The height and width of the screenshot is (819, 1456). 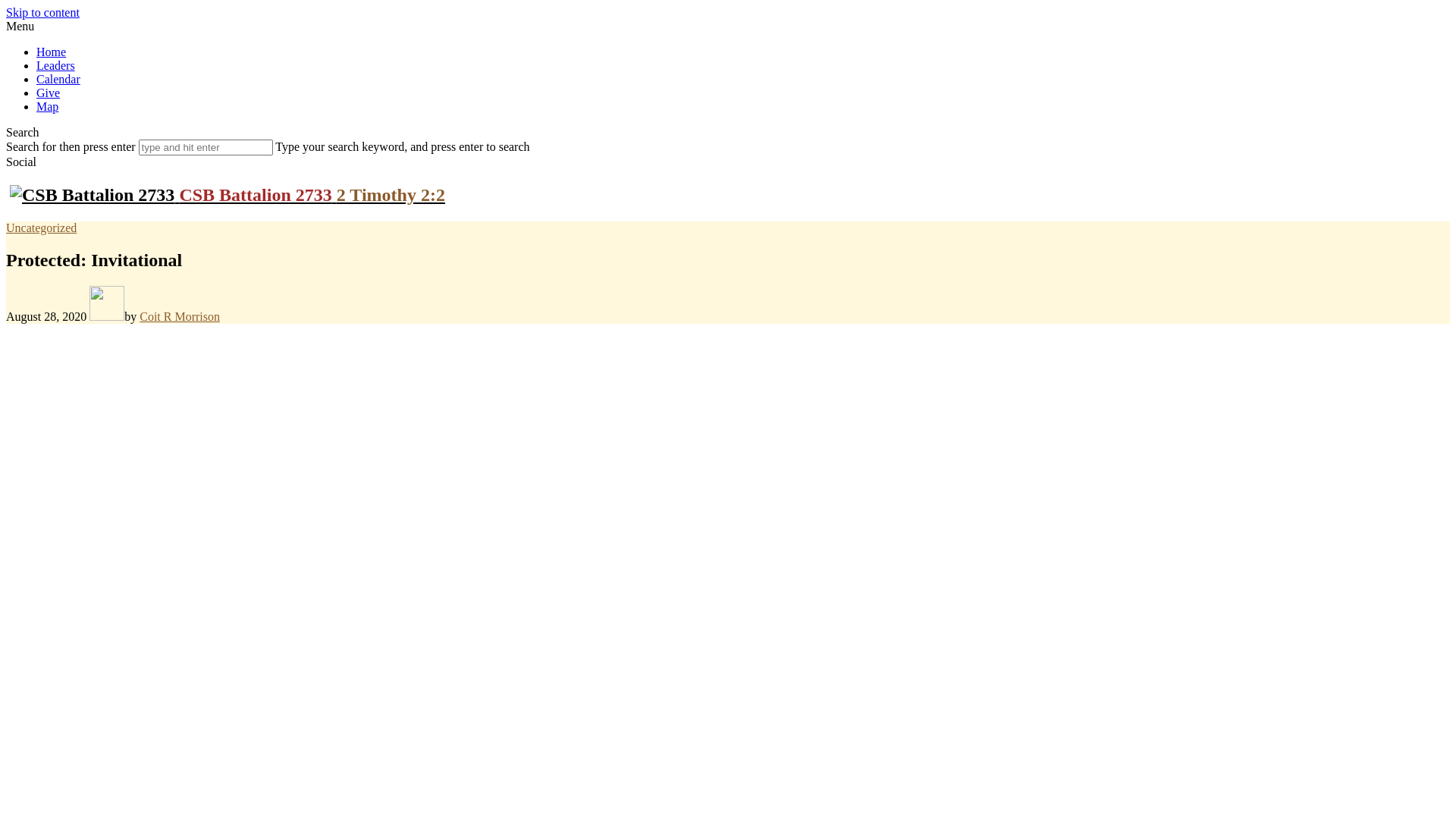 I want to click on 'Home', so click(x=51, y=51).